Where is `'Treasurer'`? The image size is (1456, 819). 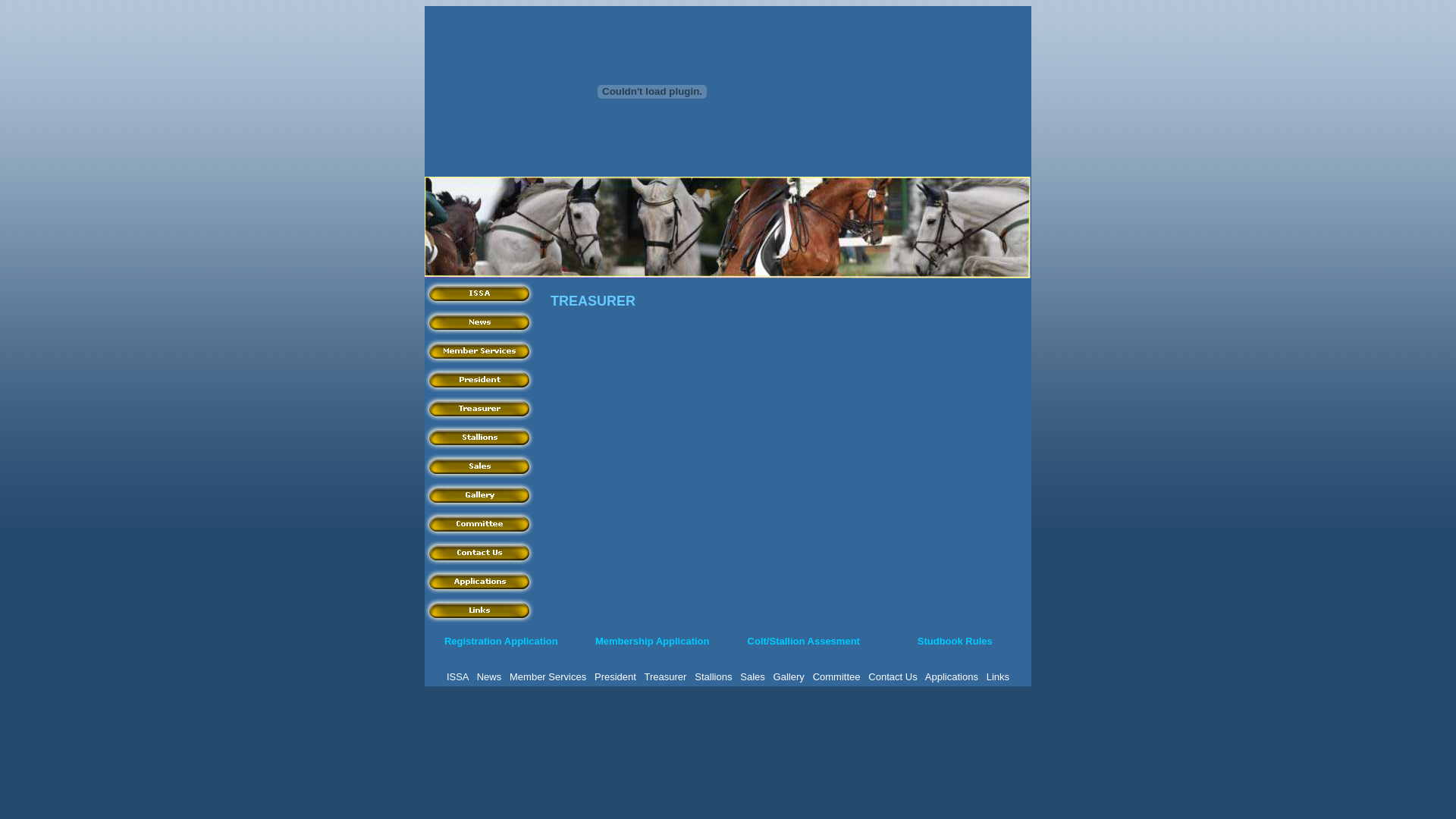
'Treasurer' is located at coordinates (644, 676).